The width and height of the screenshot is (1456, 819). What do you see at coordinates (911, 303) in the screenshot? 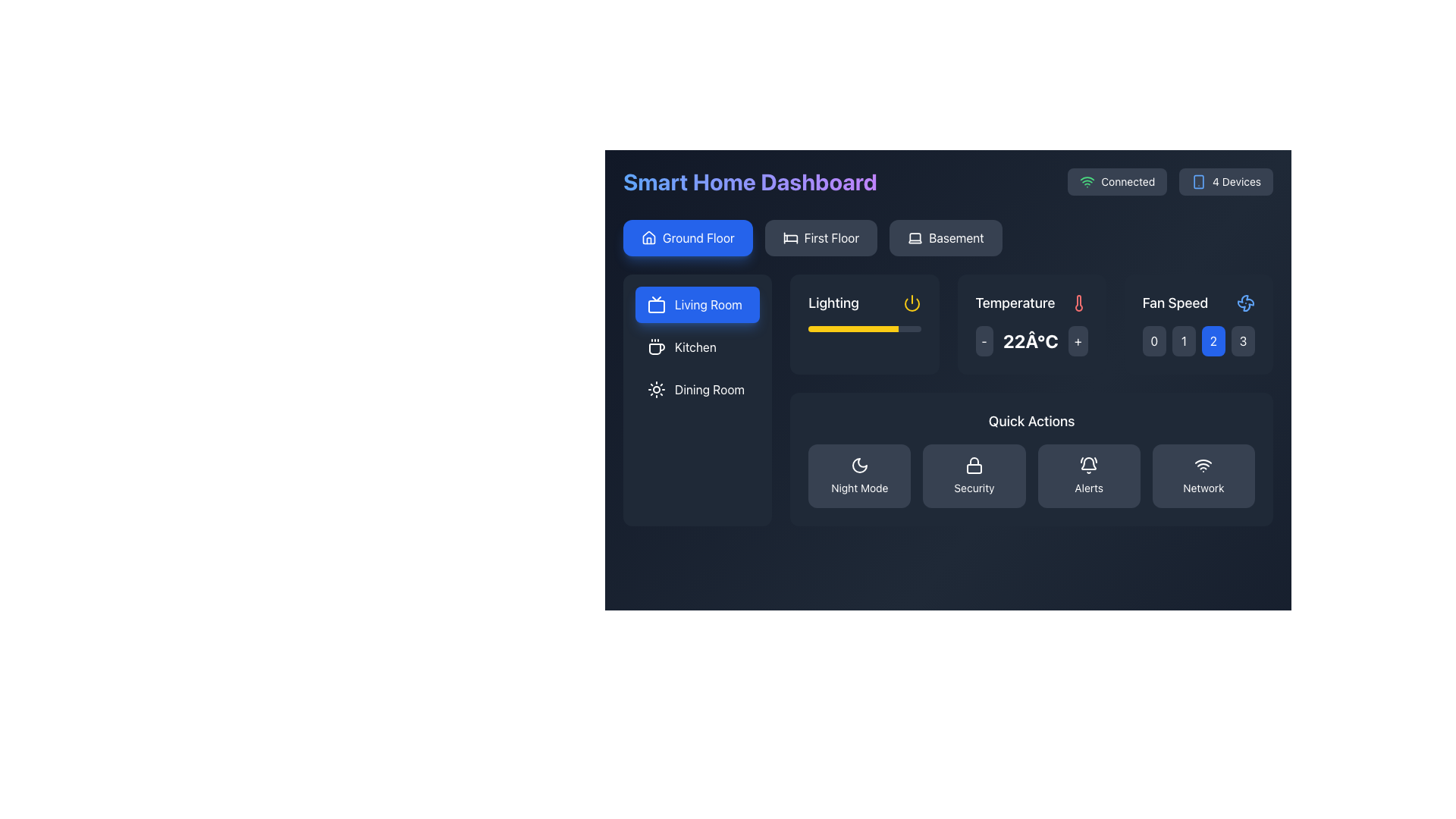
I see `the icon button located to the right of the 'Lighting' label` at bounding box center [911, 303].